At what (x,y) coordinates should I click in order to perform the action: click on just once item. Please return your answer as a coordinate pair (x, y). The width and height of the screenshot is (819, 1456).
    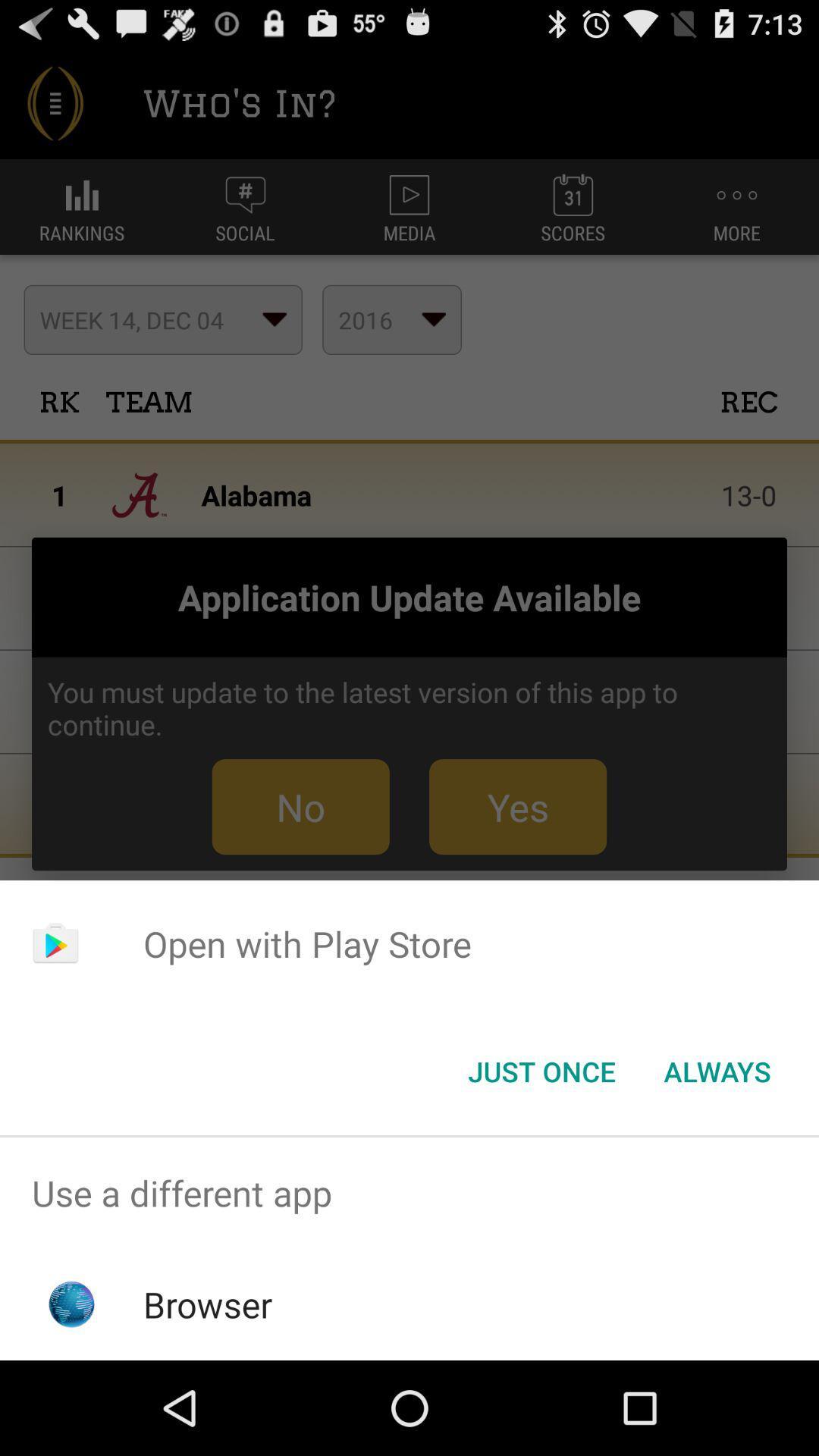
    Looking at the image, I should click on (541, 1070).